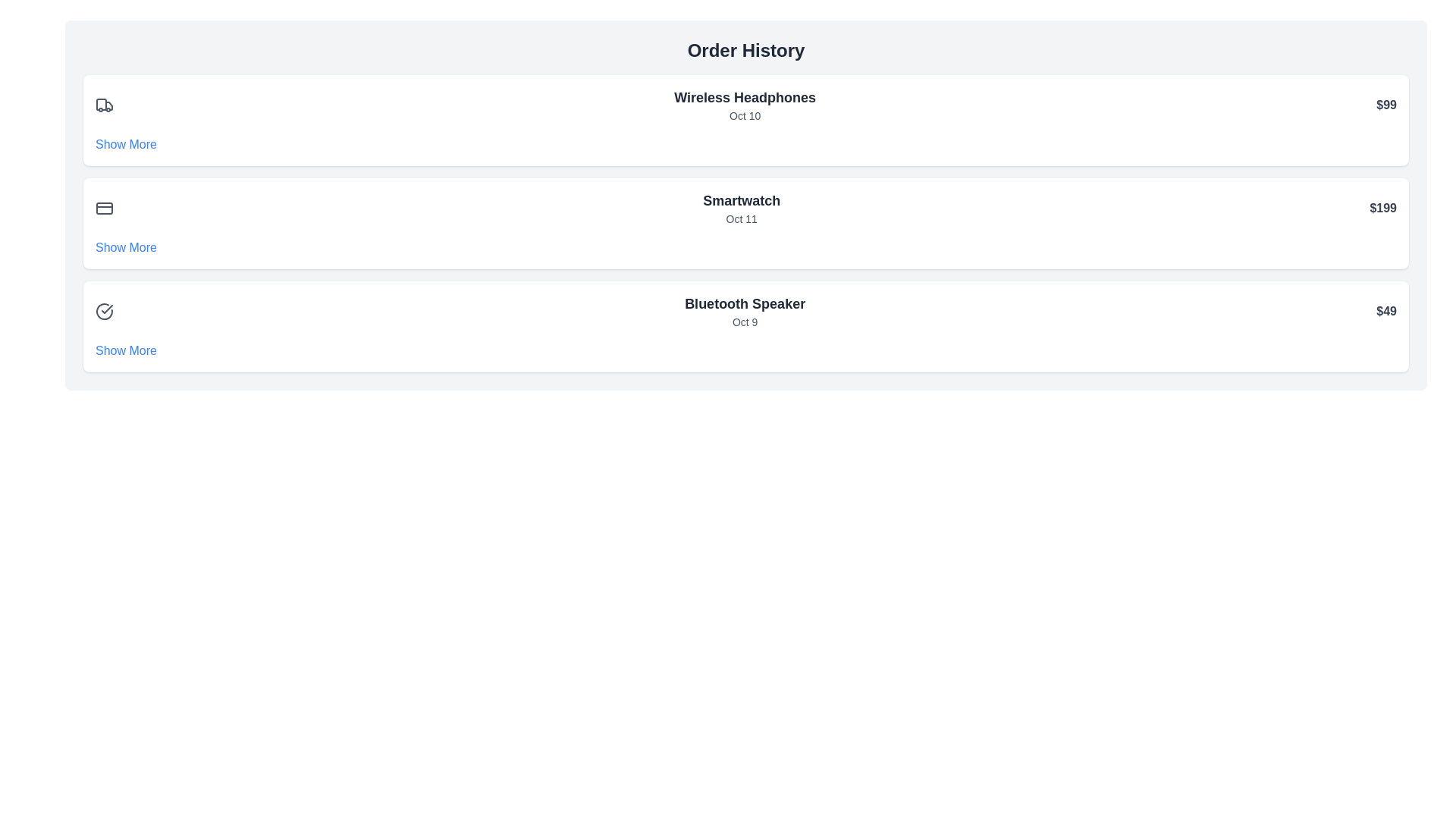 The image size is (1456, 819). I want to click on the 'Wireless Headphones' text element, which is a bold, large heading styled in dark gray, prominently displayed as the topmost item in the 'Order History' section, so click(745, 97).